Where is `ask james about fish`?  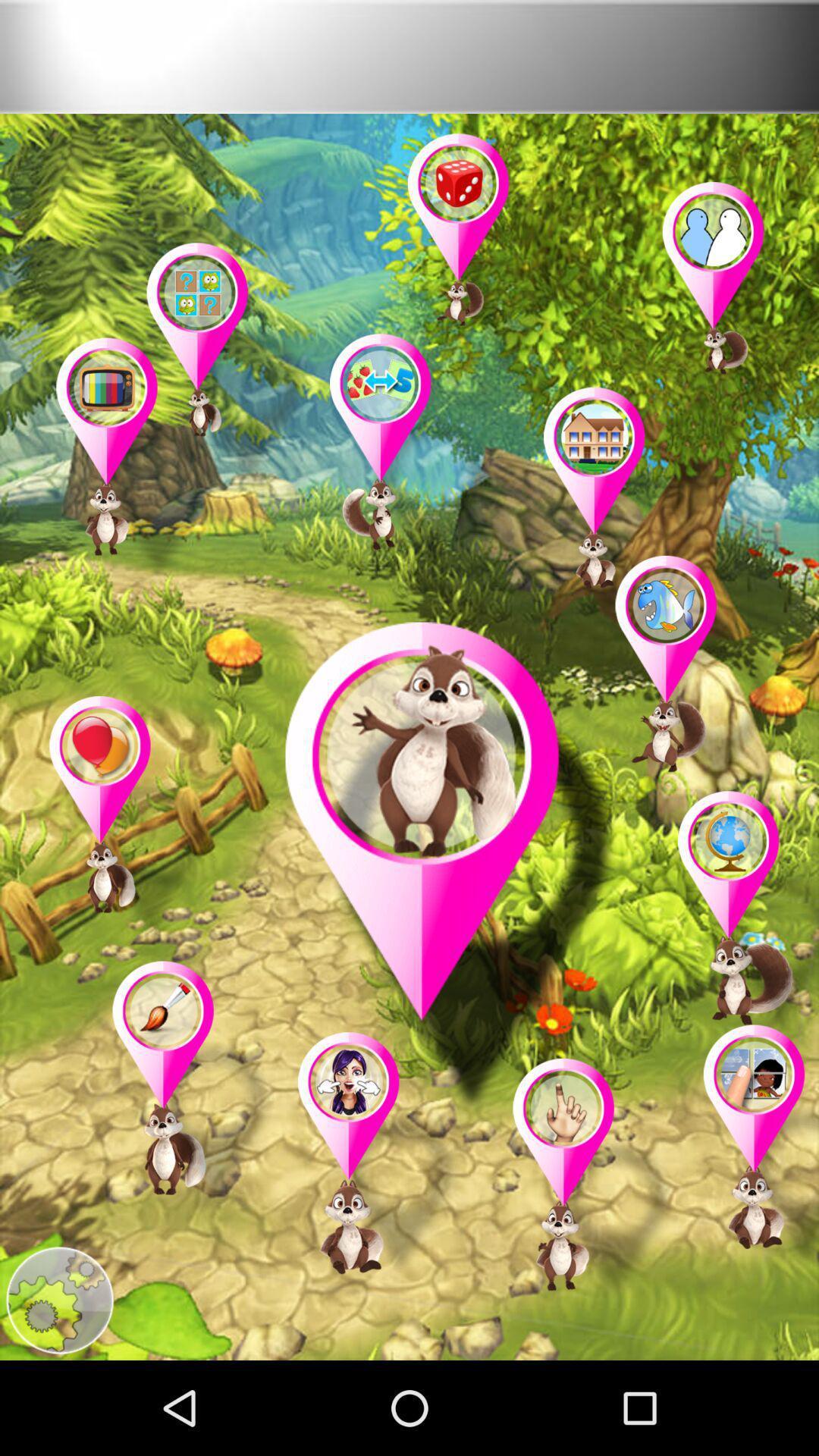
ask james about fish is located at coordinates (697, 679).